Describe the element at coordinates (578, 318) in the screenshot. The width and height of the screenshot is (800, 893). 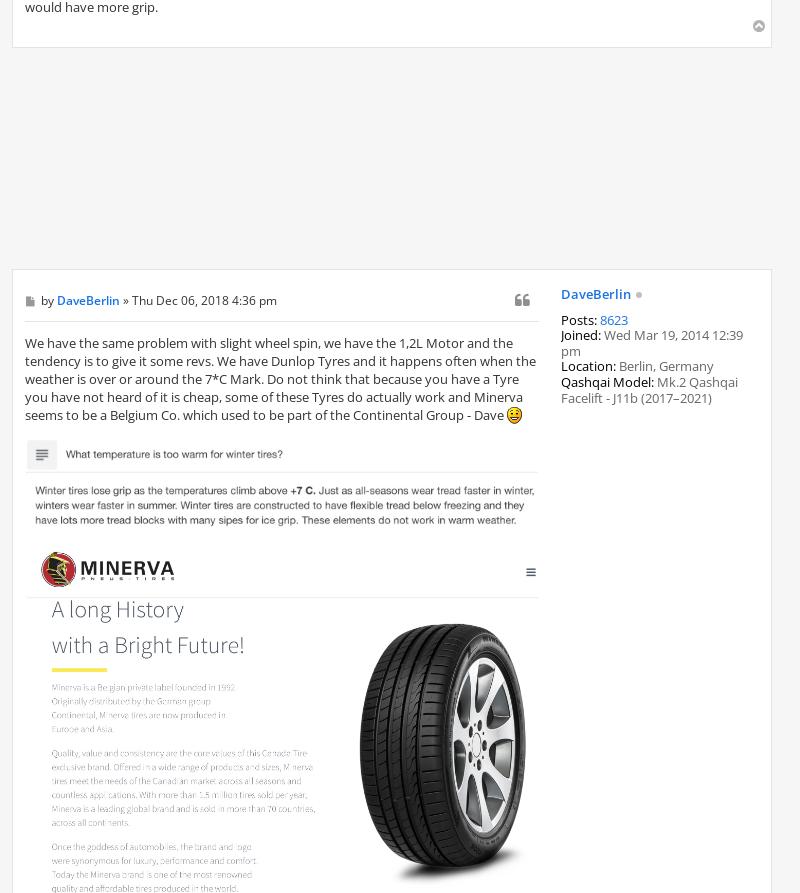
I see `'Posts:'` at that location.